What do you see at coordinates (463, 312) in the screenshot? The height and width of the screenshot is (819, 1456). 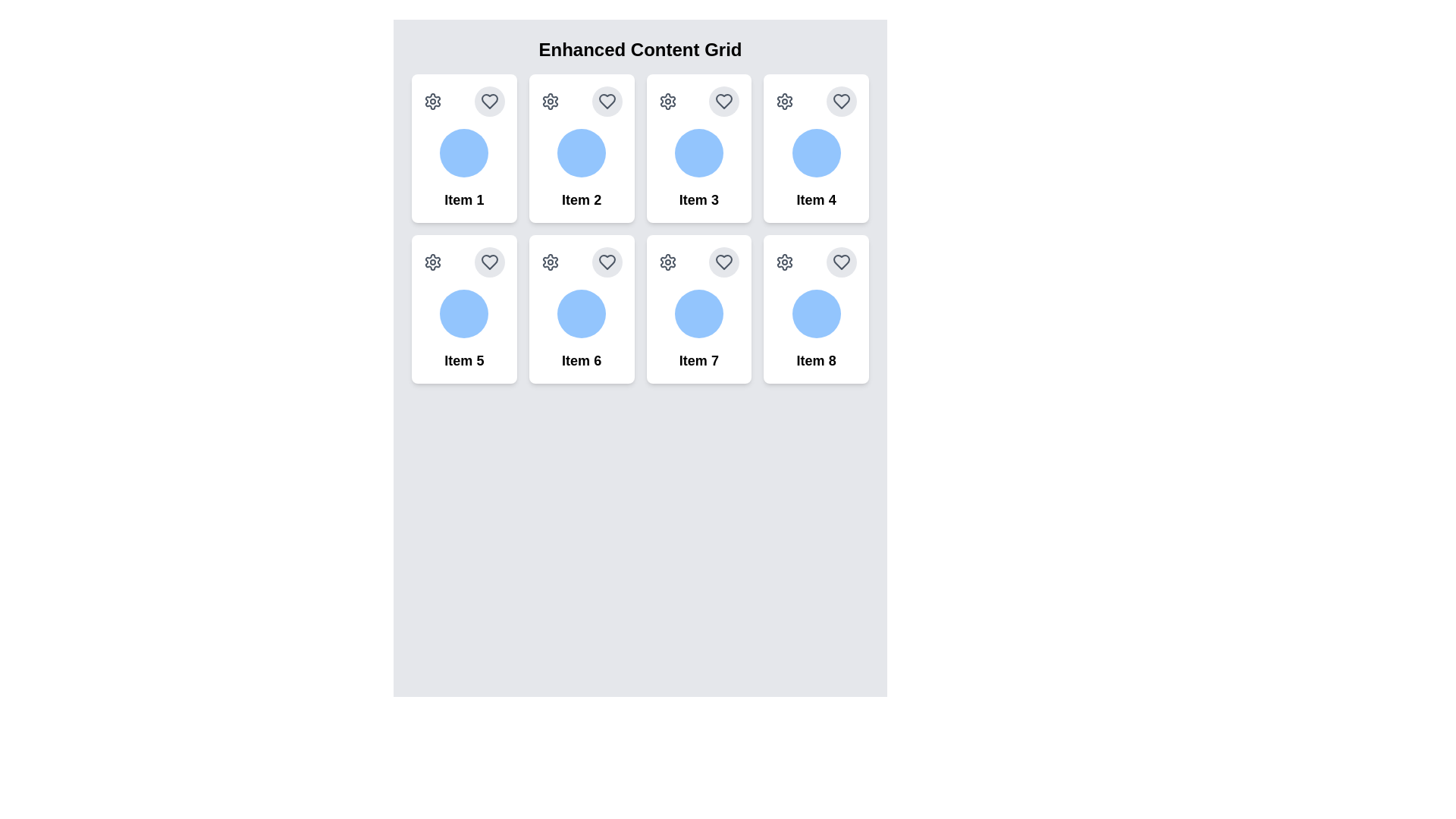 I see `the circular graphic element with a light blue background located in the middle lower section of the 'Item 5' card` at bounding box center [463, 312].